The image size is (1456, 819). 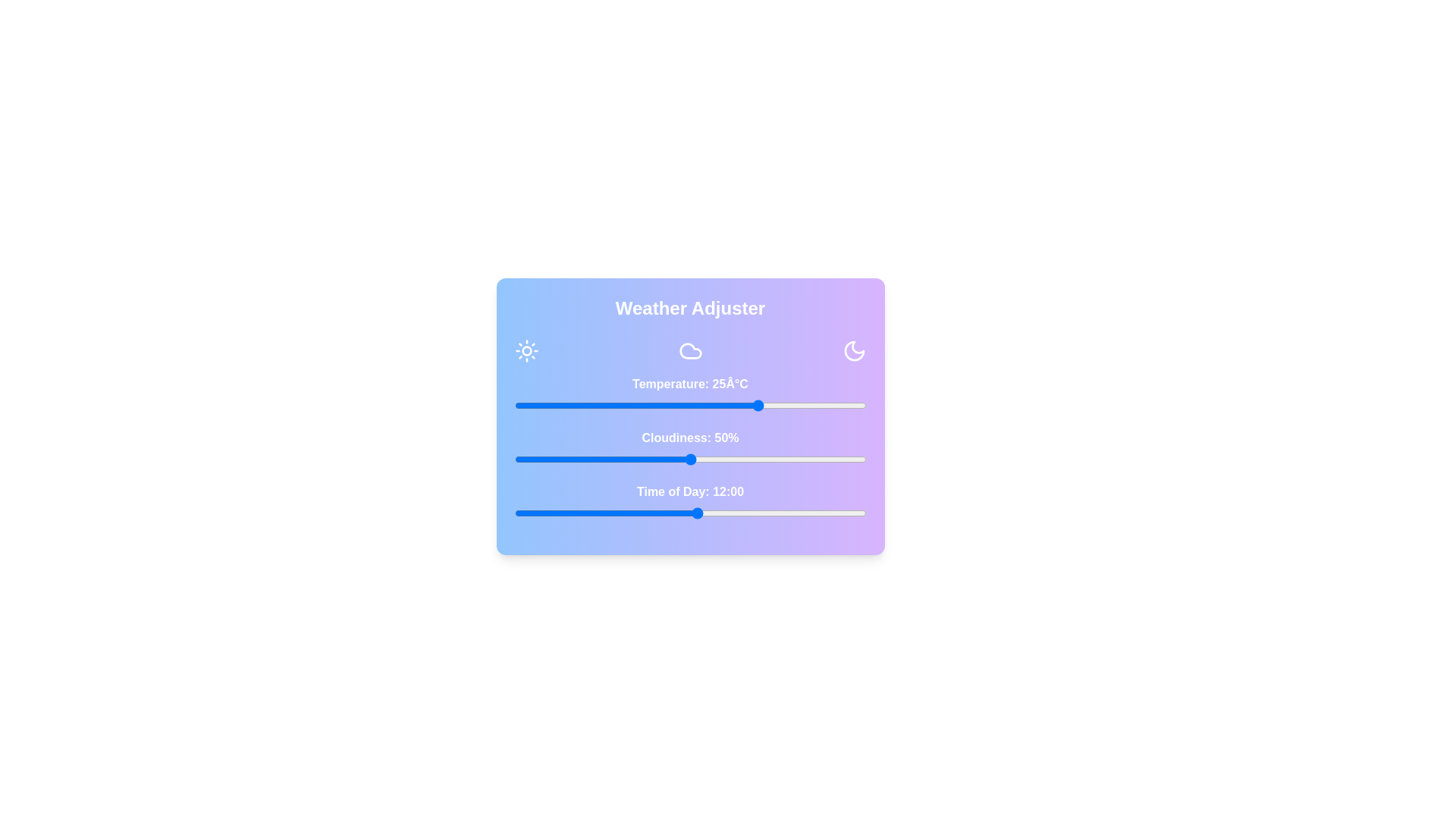 I want to click on the cloudiness level, so click(x=761, y=458).